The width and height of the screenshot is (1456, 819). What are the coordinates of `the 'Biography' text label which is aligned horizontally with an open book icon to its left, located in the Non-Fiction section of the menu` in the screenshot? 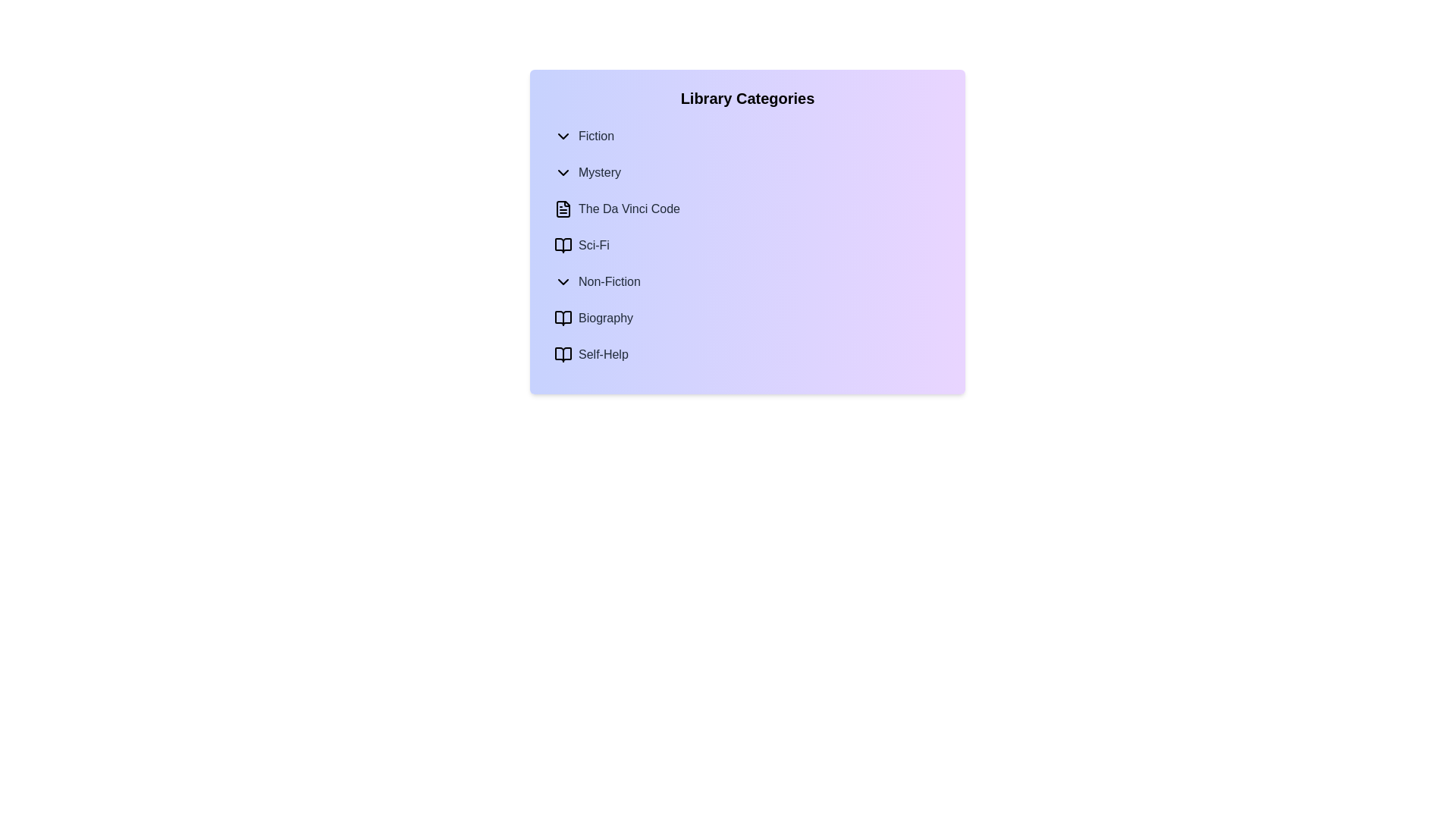 It's located at (605, 318).